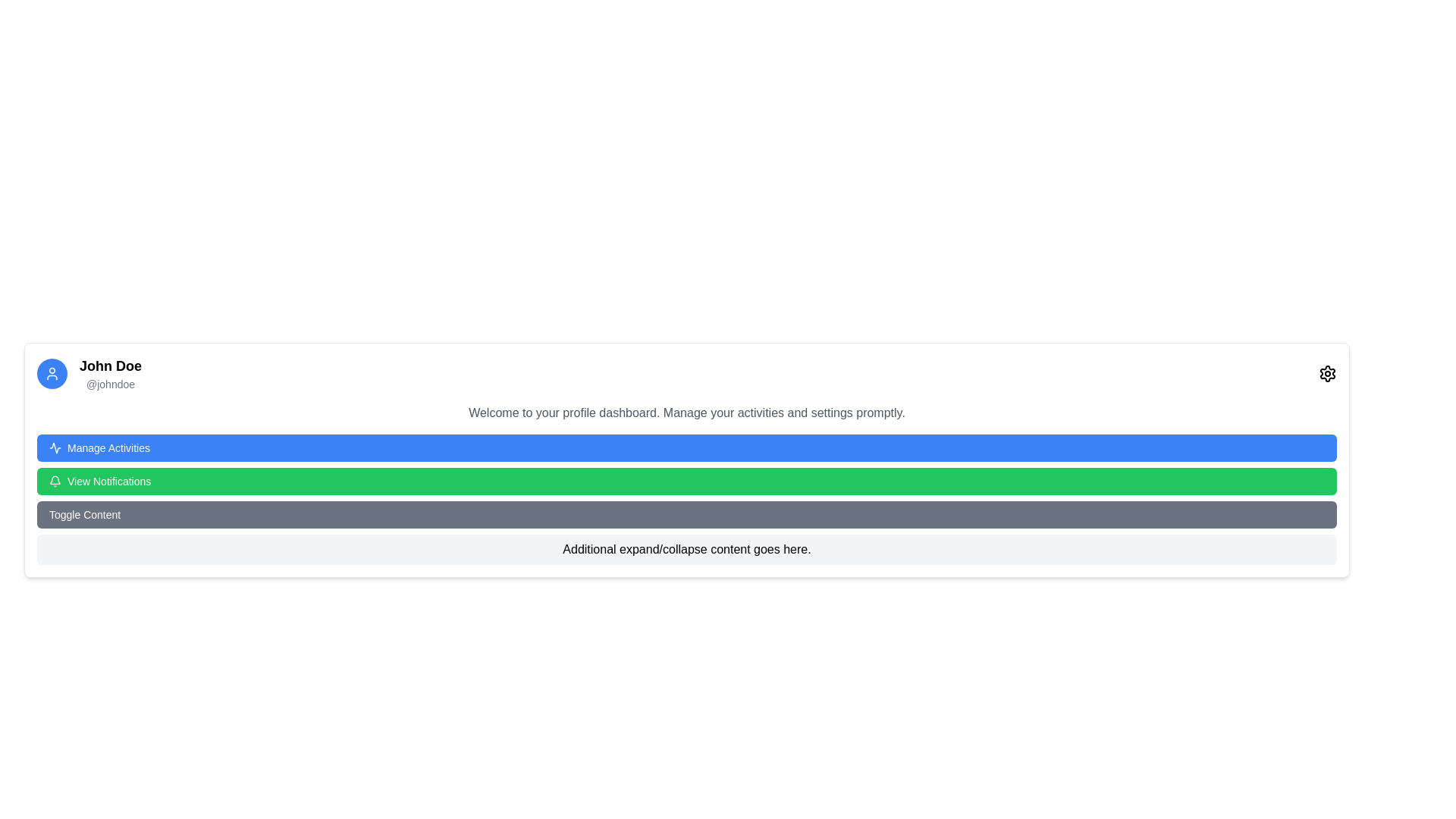  I want to click on the 'John Doe' text display which shows the name and handle '@johndoe' within the profile card, so click(89, 374).